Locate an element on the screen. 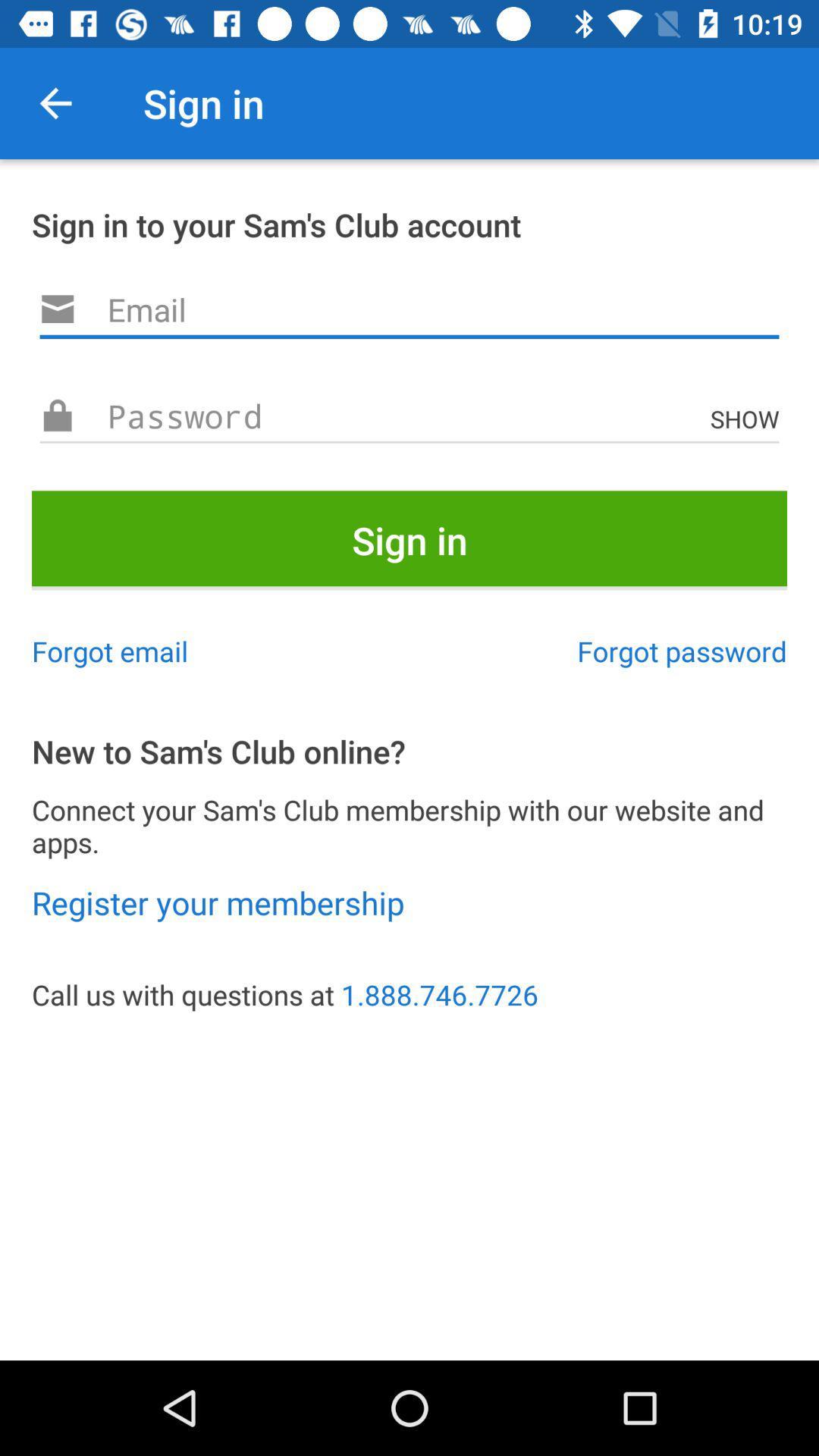  icon below sign in item is located at coordinates (109, 651).